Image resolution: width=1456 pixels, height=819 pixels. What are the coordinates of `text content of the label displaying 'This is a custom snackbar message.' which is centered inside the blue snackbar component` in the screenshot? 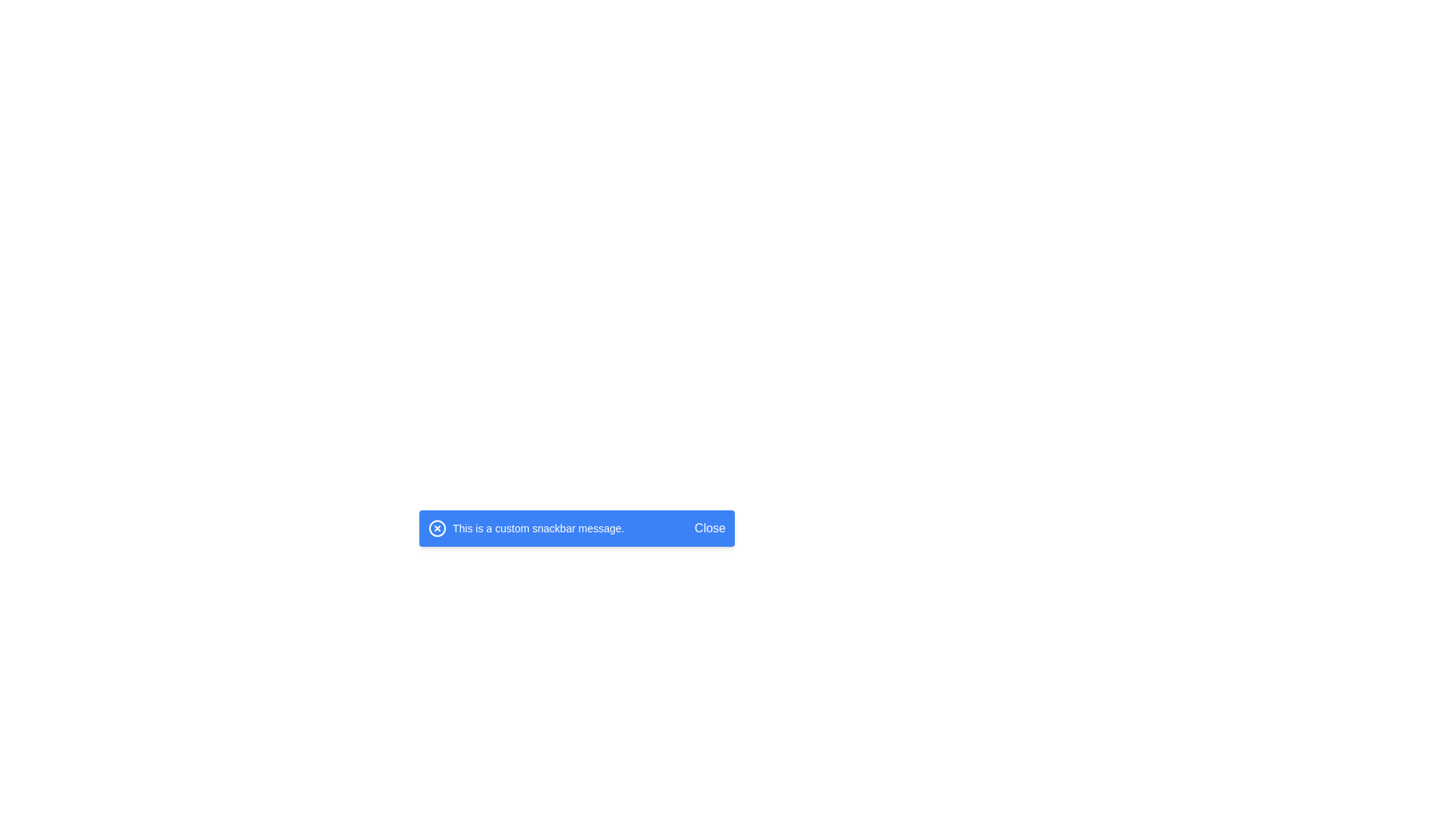 It's located at (538, 528).